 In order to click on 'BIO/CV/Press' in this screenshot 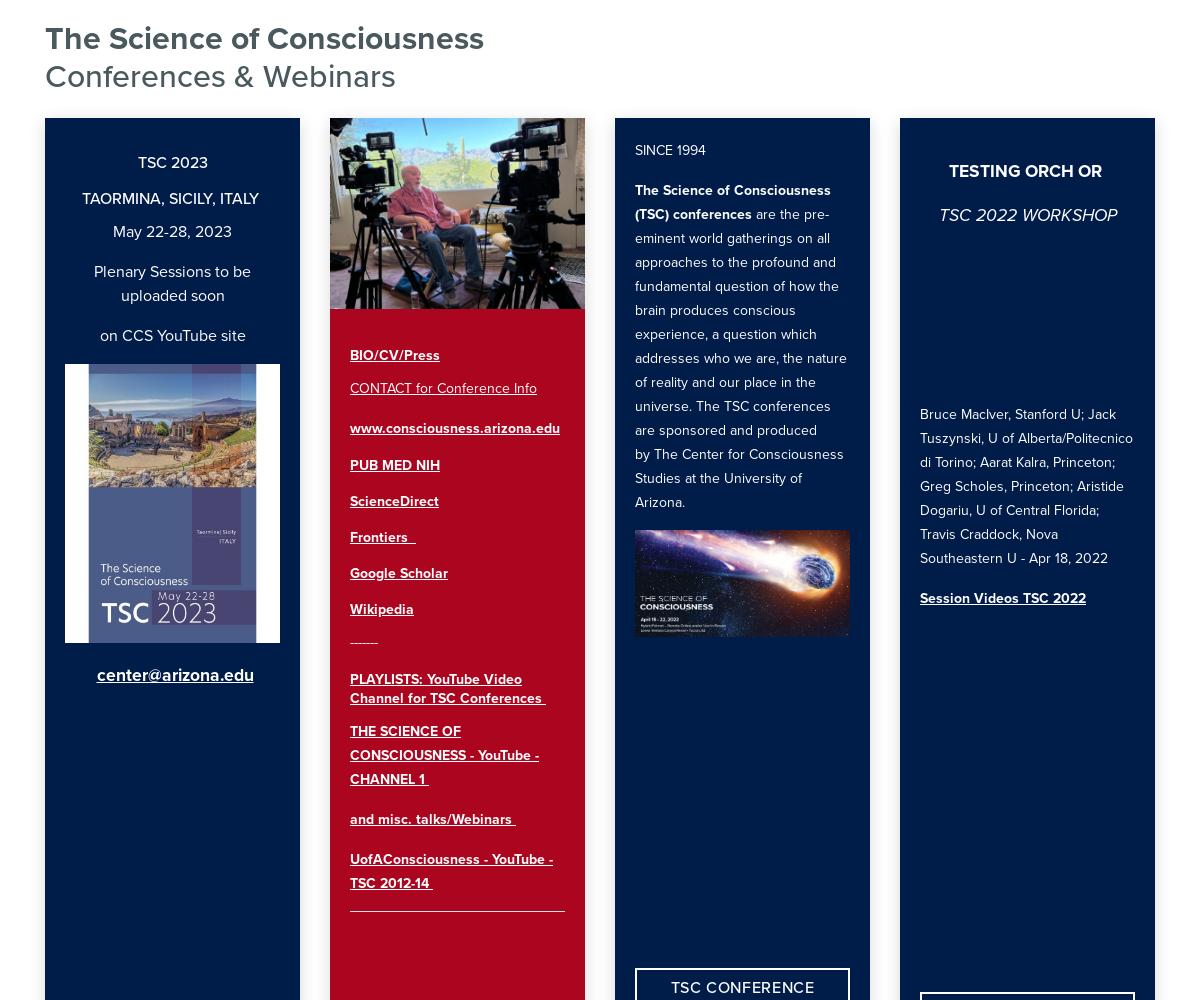, I will do `click(395, 353)`.